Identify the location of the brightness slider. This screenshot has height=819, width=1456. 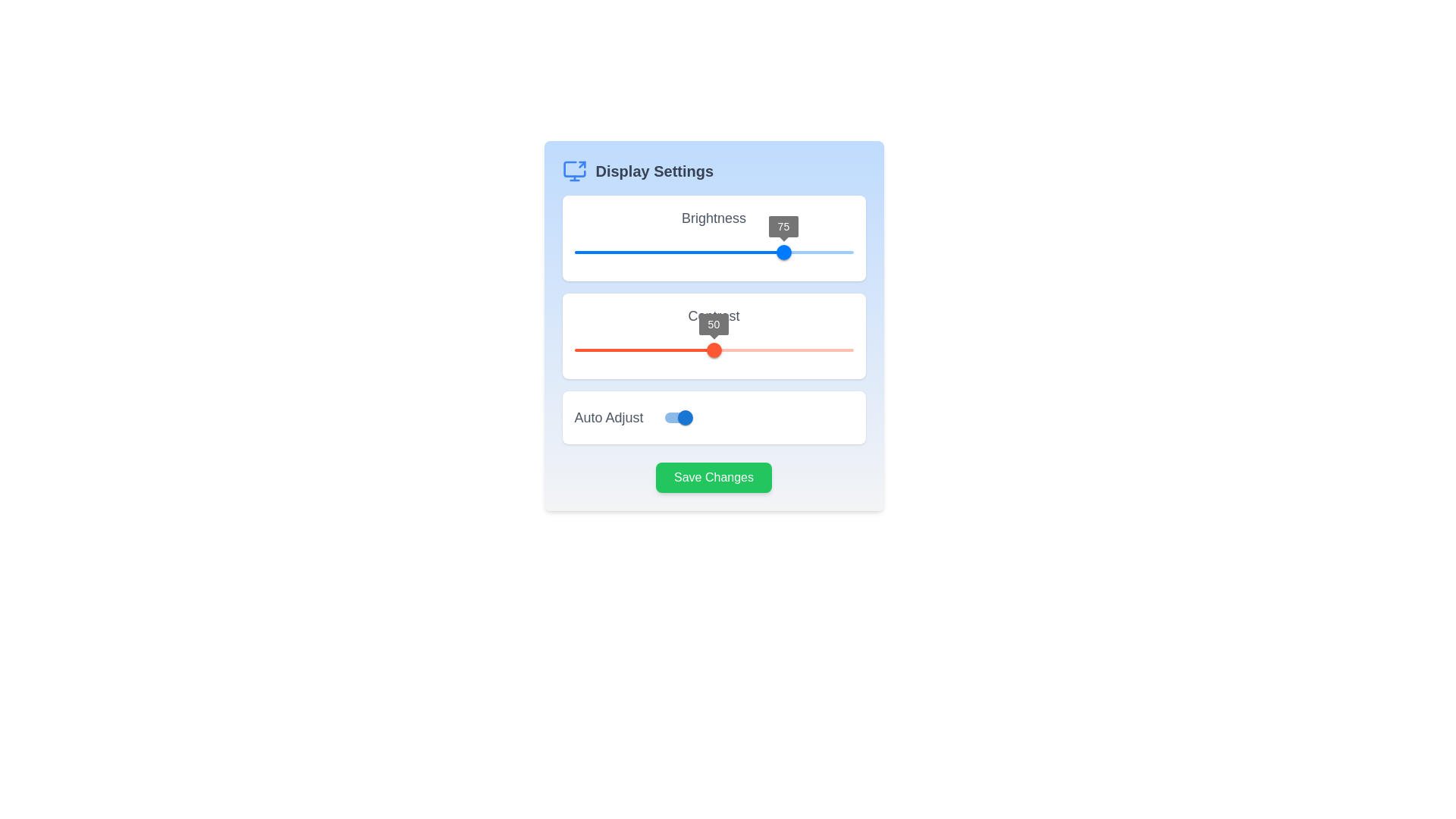
(664, 251).